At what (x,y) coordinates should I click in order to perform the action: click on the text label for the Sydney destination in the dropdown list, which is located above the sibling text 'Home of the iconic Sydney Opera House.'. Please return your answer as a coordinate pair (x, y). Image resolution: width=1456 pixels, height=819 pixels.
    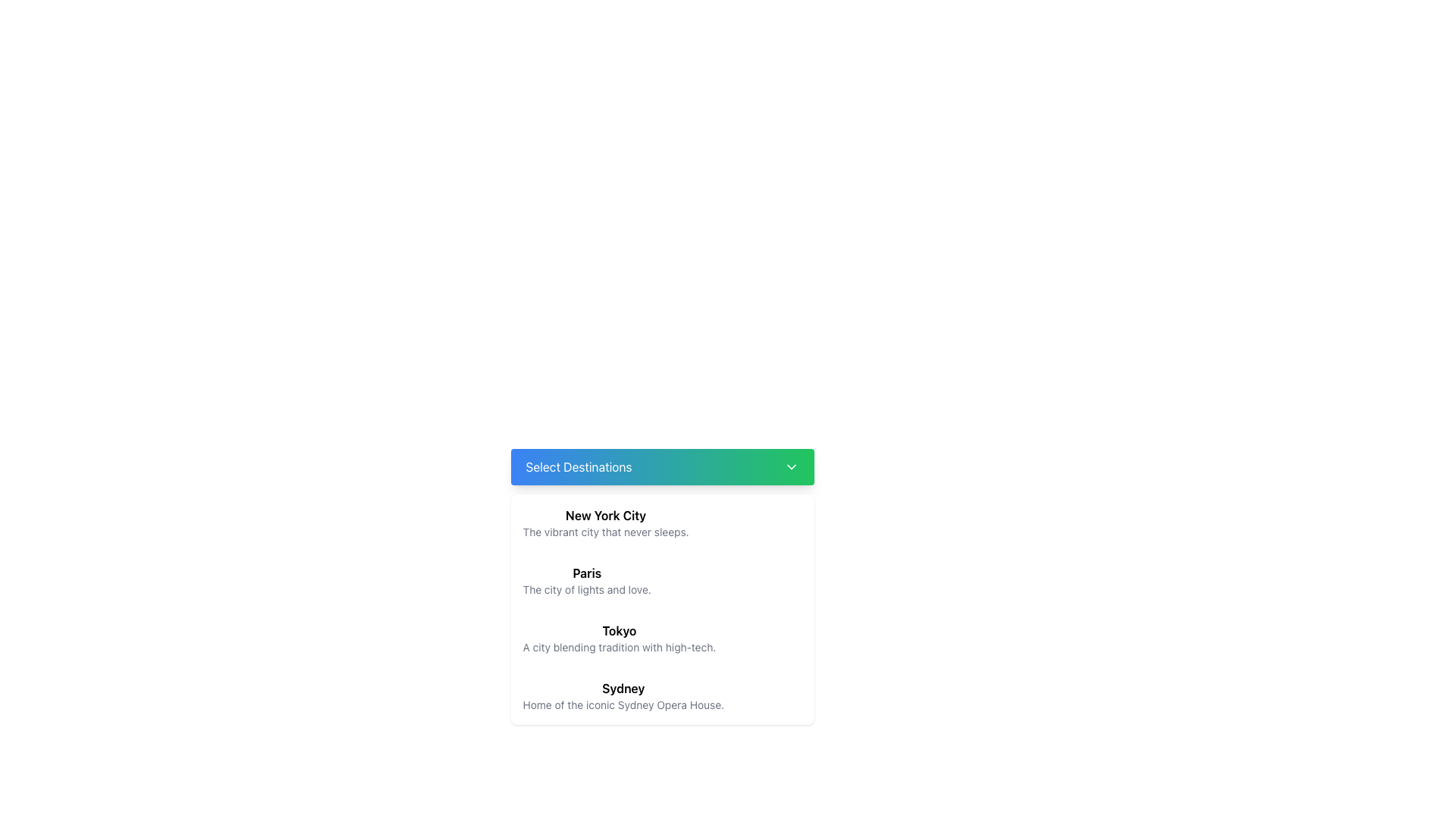
    Looking at the image, I should click on (623, 688).